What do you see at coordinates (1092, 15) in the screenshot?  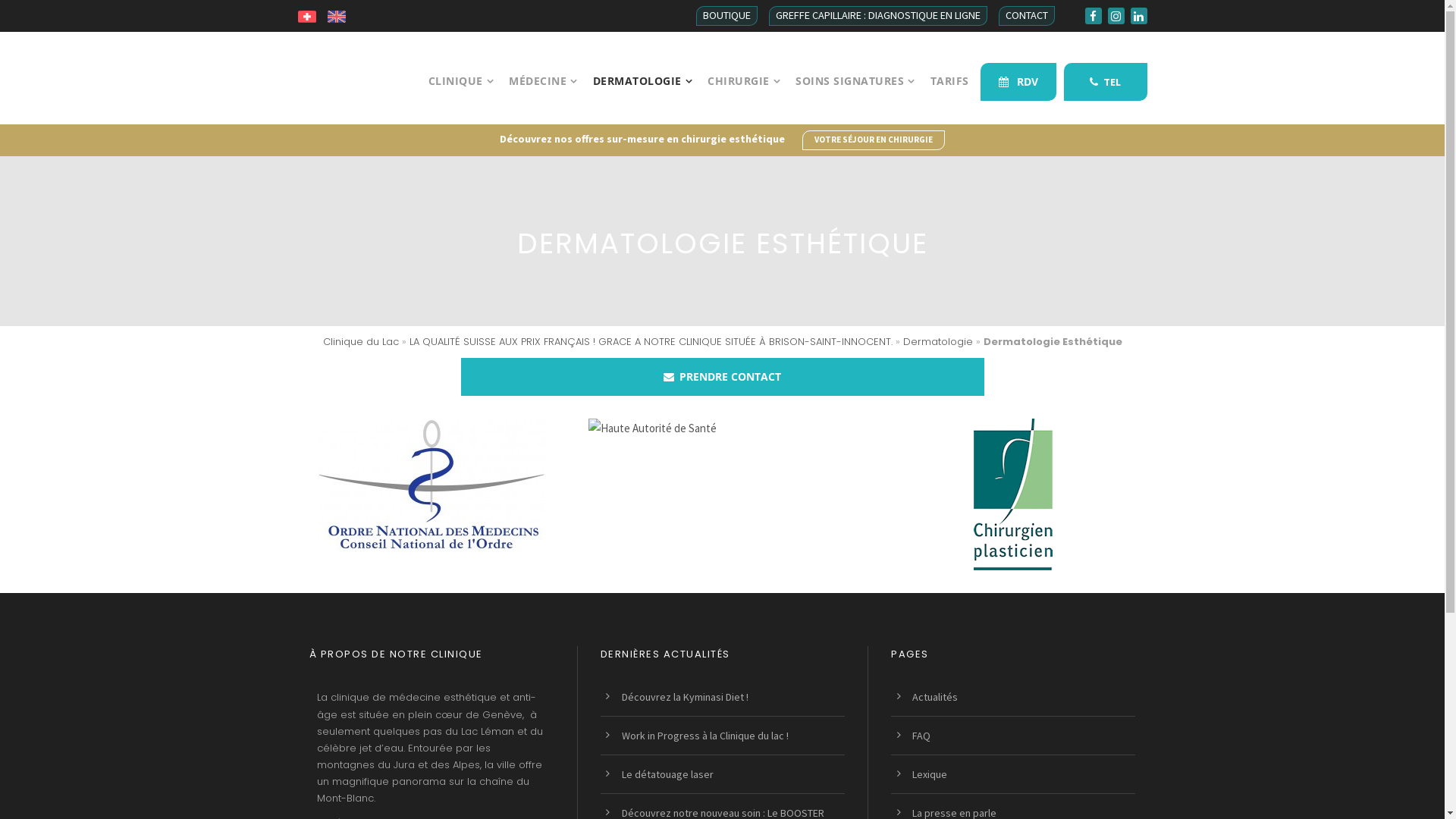 I see `'Facebook'` at bounding box center [1092, 15].